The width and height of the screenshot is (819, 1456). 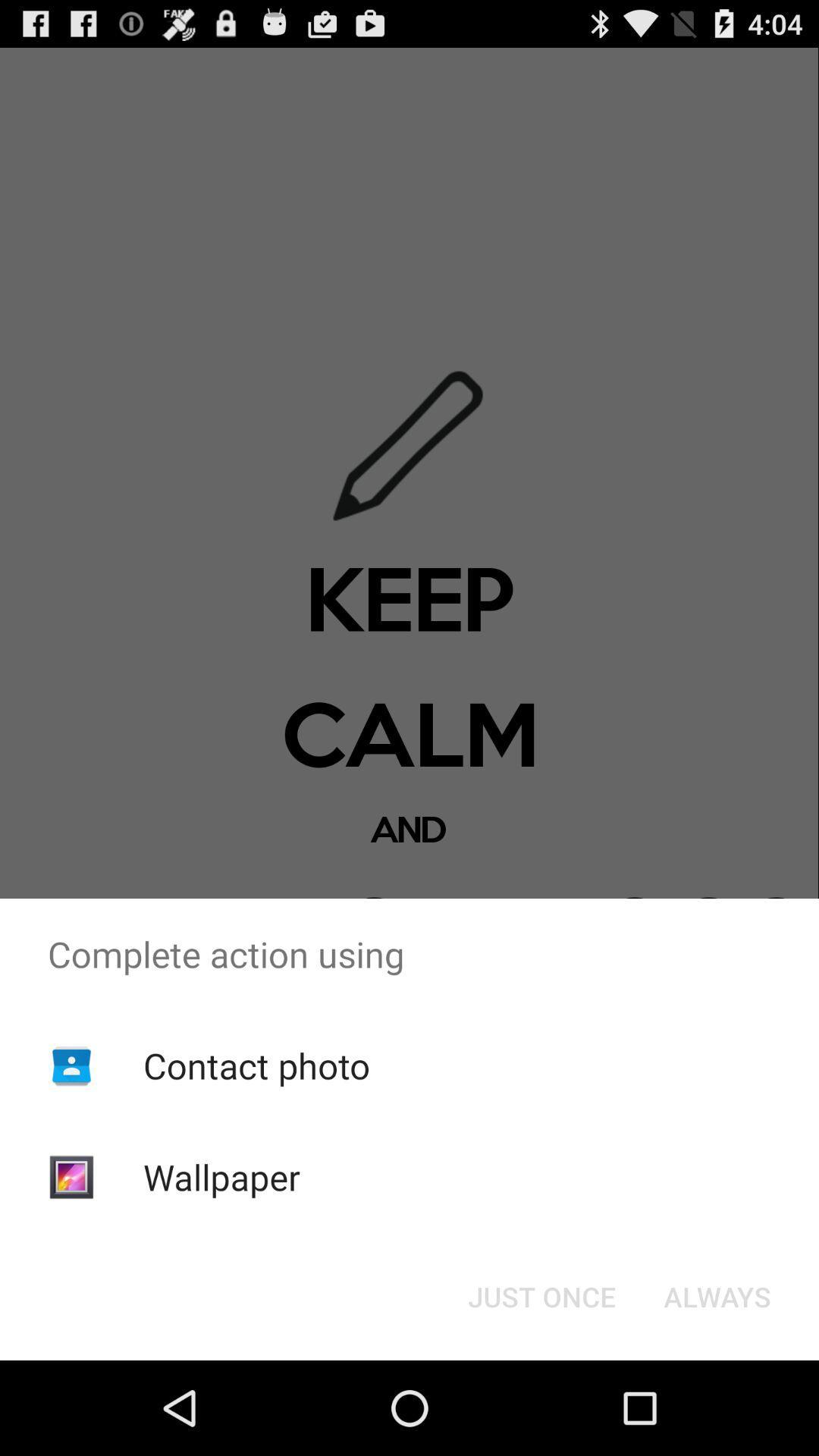 What do you see at coordinates (717, 1295) in the screenshot?
I see `the item at the bottom right corner` at bounding box center [717, 1295].